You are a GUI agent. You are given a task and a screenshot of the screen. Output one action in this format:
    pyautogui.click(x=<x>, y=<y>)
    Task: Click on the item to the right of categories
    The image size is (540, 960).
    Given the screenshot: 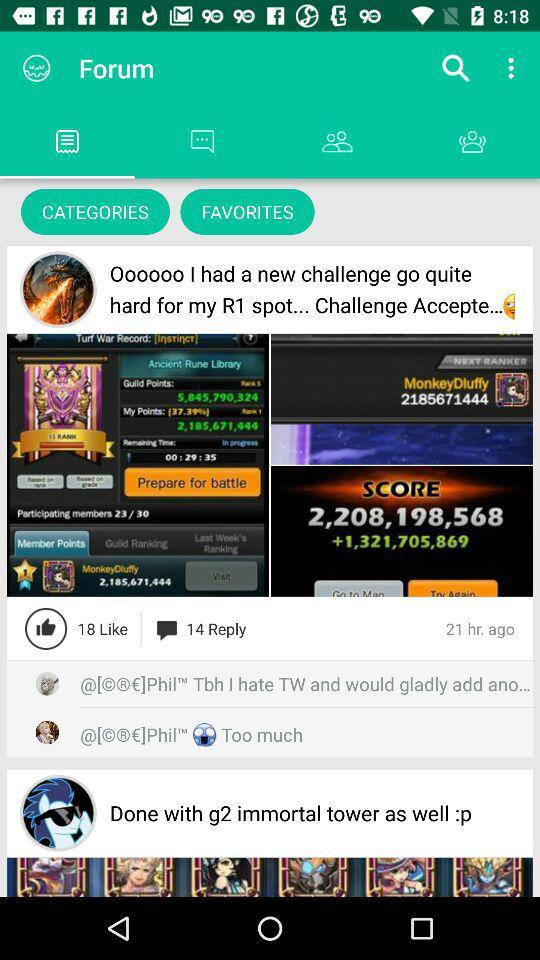 What is the action you would take?
    pyautogui.click(x=247, y=211)
    